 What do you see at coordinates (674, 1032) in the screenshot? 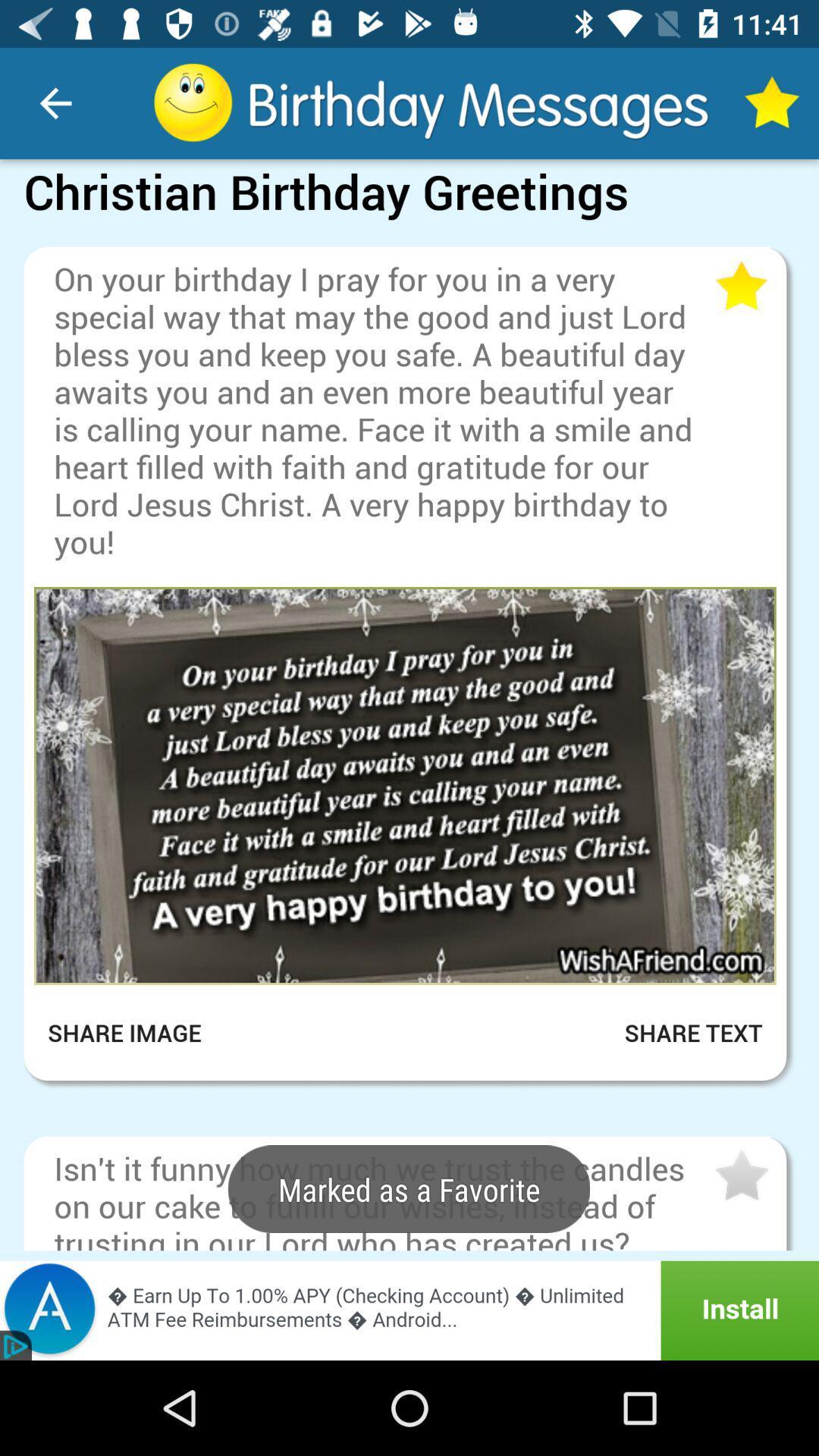
I see `item next to share image item` at bounding box center [674, 1032].